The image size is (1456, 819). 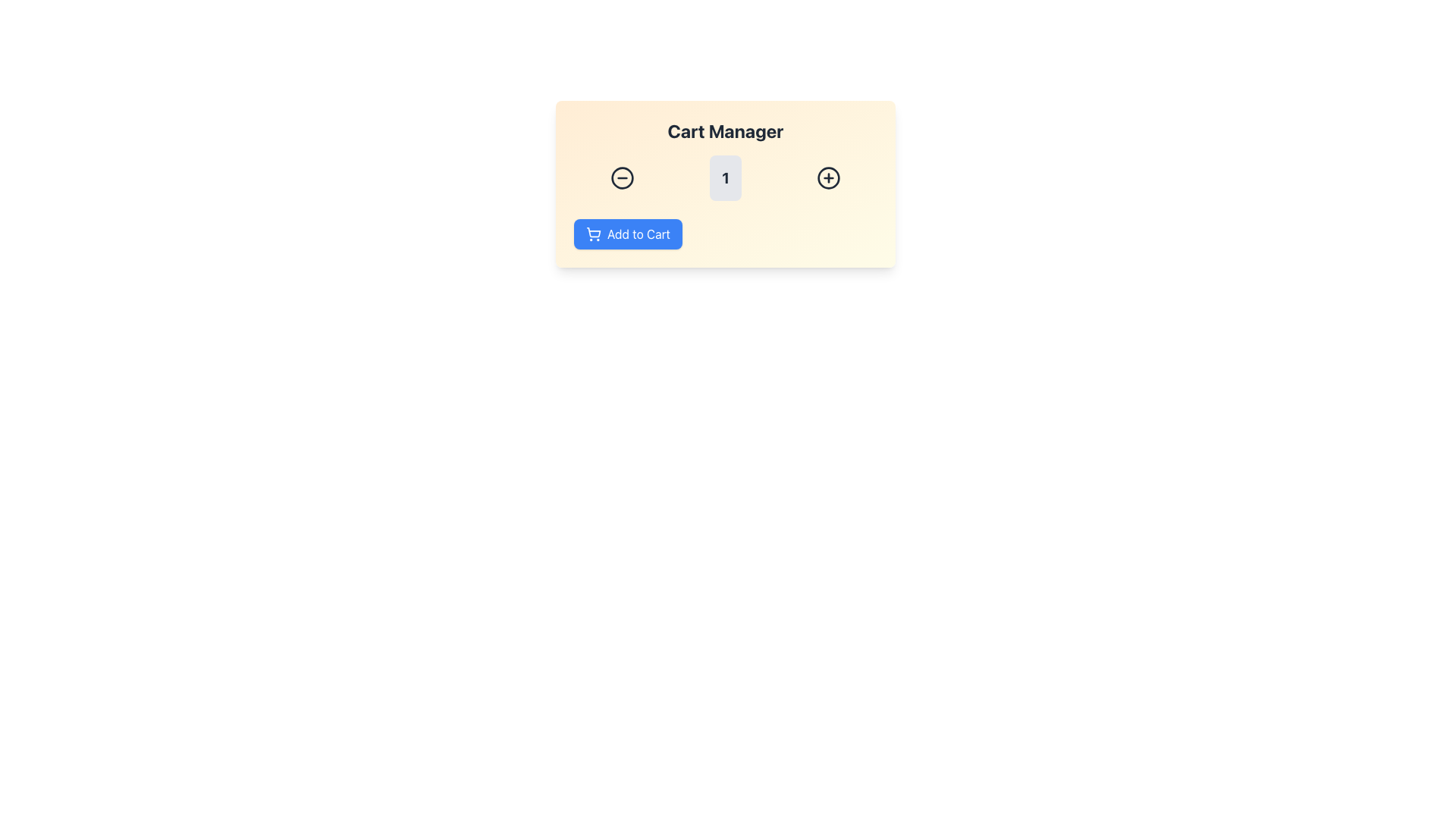 What do you see at coordinates (622, 177) in the screenshot?
I see `the circular minus icon in the Cart Manager interface to trigger the tooltip or highlight effect` at bounding box center [622, 177].